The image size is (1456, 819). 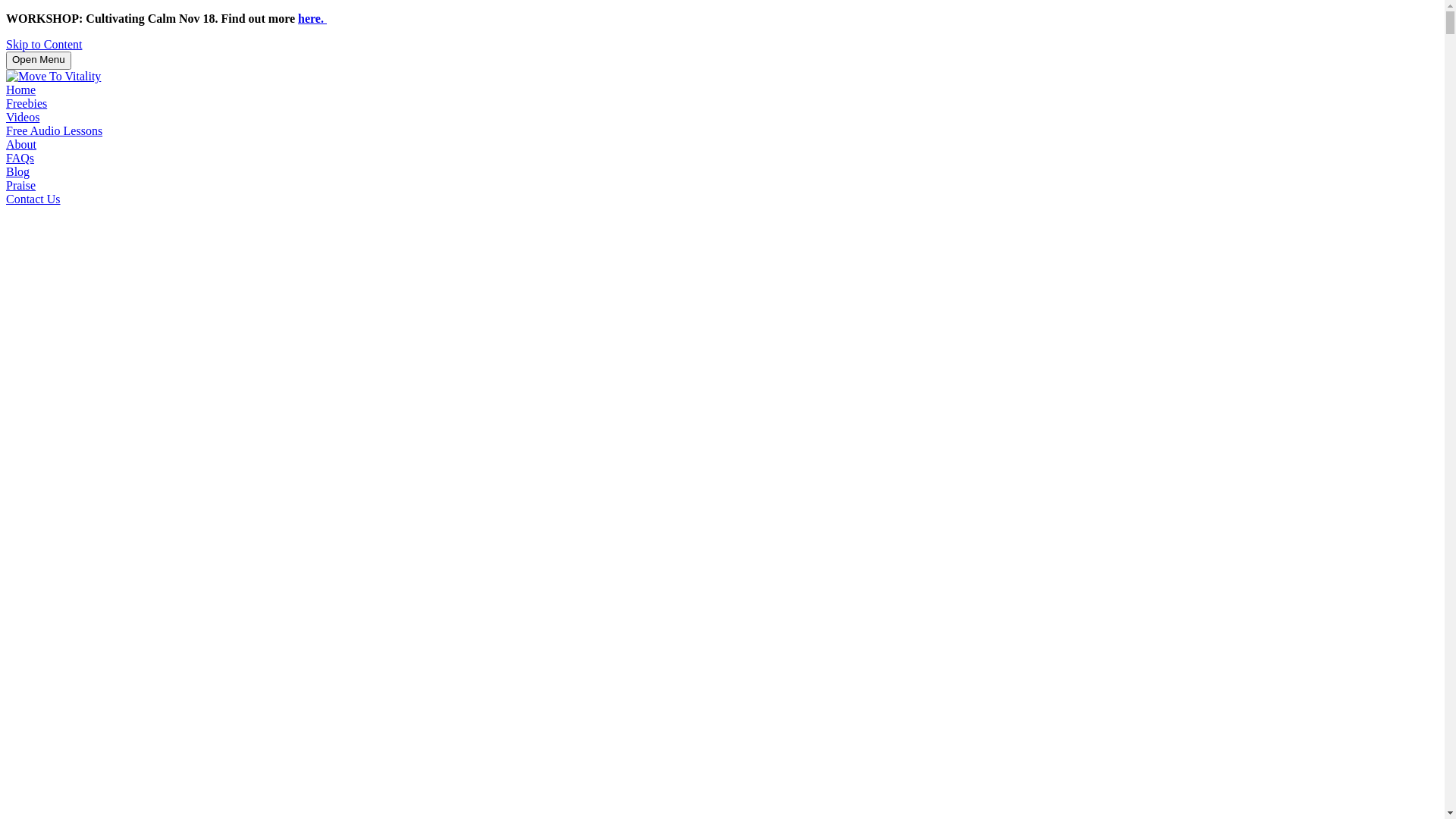 I want to click on 'Free Audio Lessons', so click(x=54, y=130).